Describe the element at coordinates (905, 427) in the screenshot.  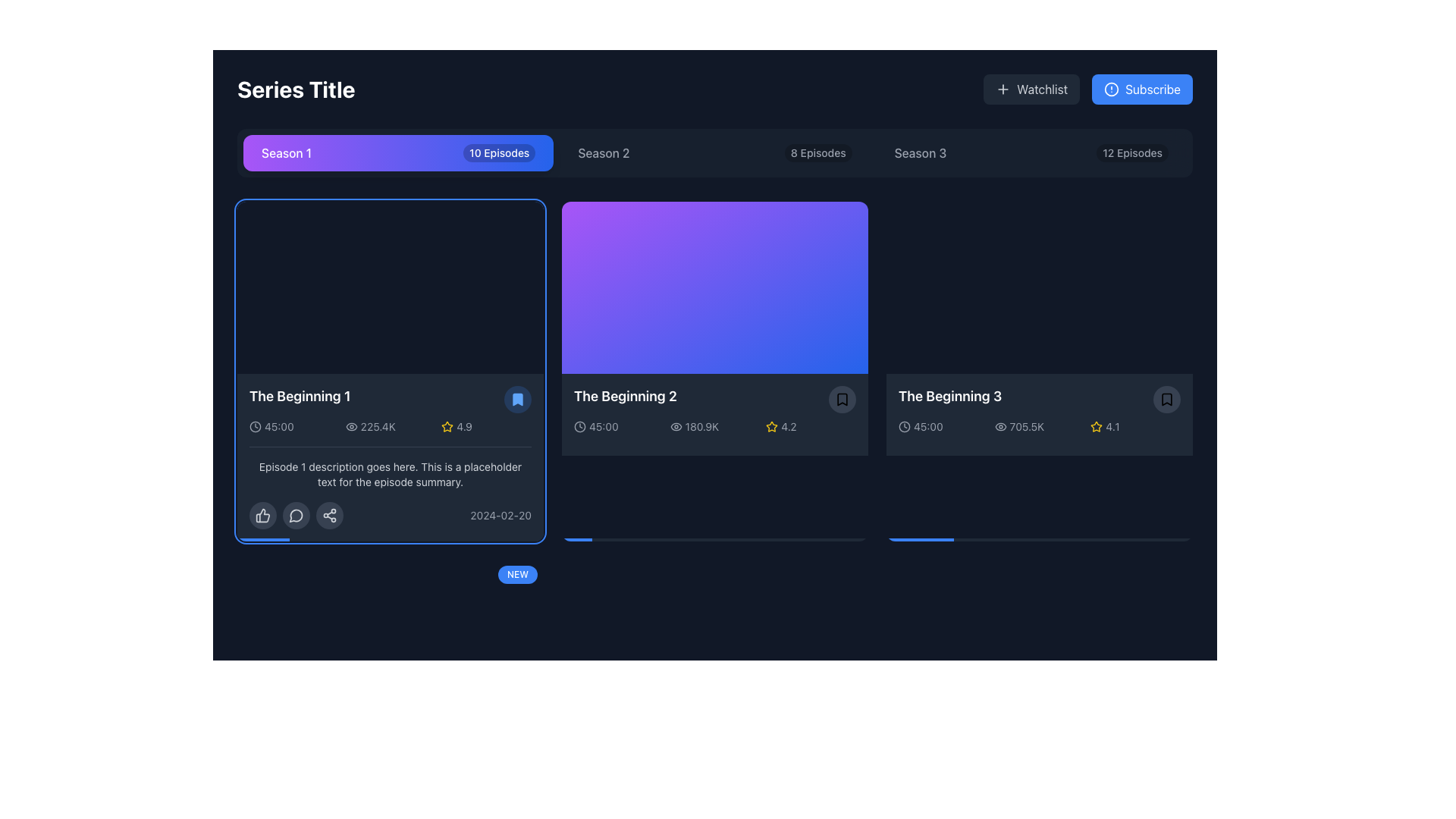
I see `the time-related icon located at the beginning of the row displaying information for 'The Beginning 3'` at that location.